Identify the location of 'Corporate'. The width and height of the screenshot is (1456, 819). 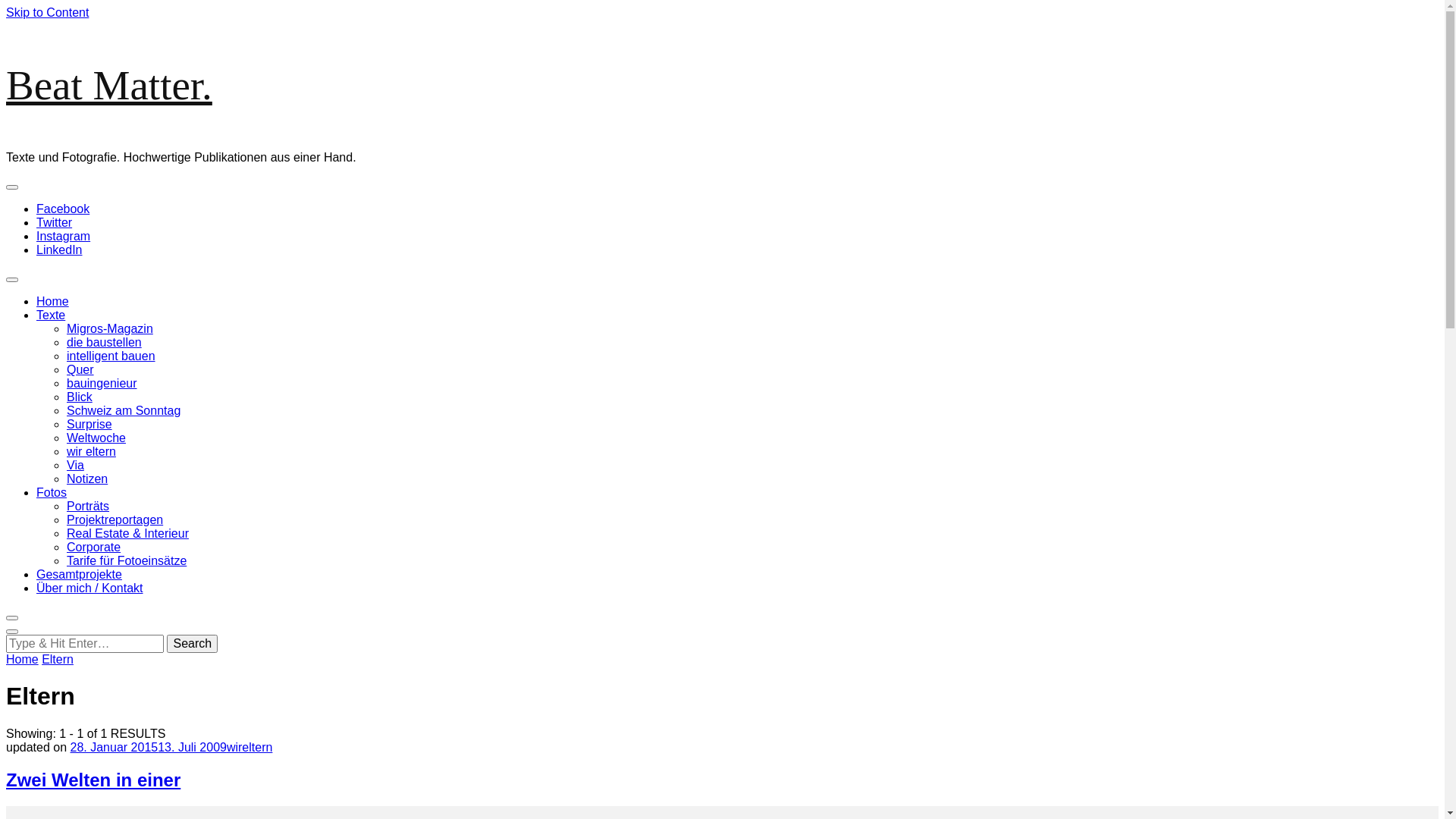
(93, 547).